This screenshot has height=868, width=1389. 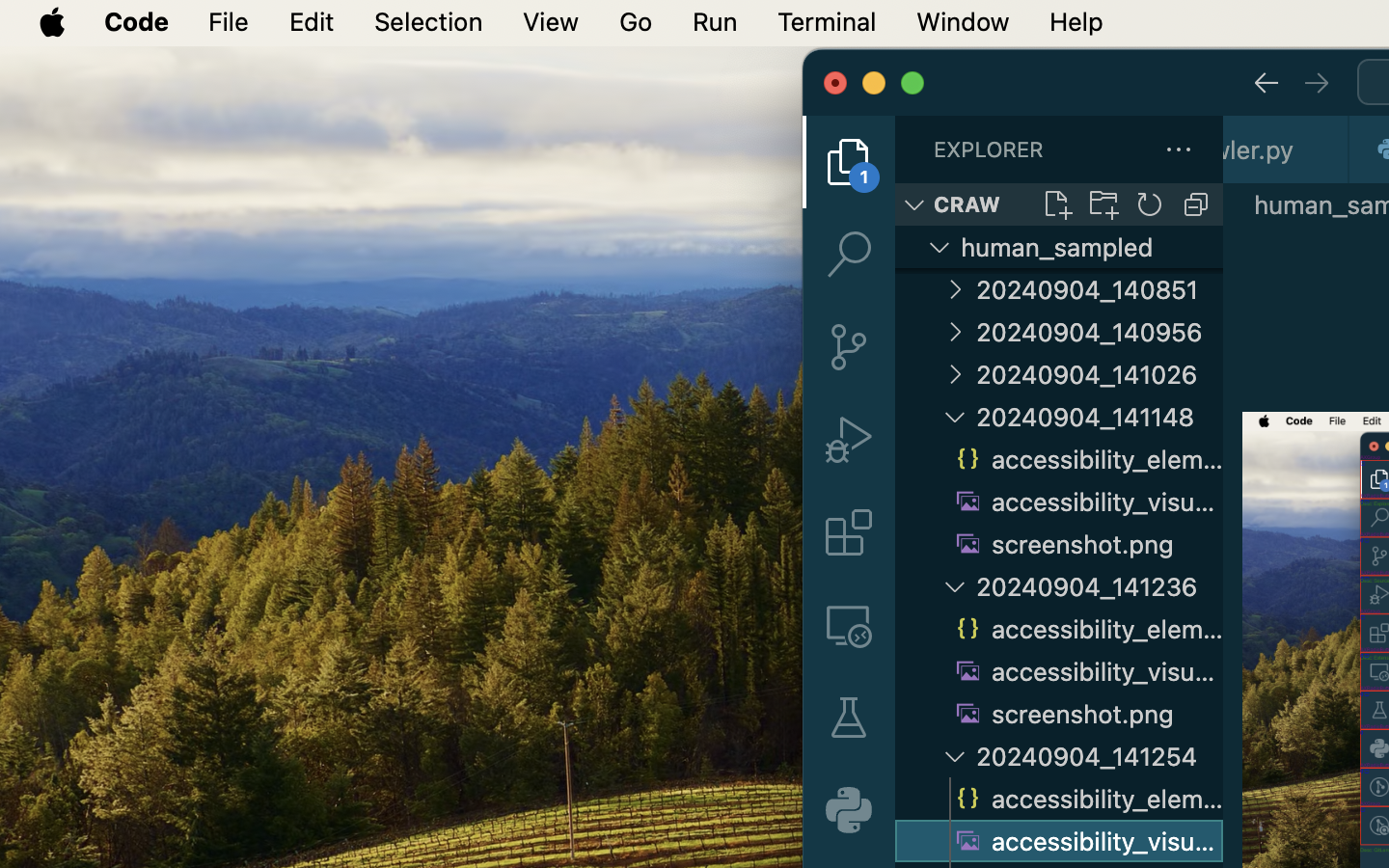 I want to click on '20240904_141148', so click(x=1099, y=417).